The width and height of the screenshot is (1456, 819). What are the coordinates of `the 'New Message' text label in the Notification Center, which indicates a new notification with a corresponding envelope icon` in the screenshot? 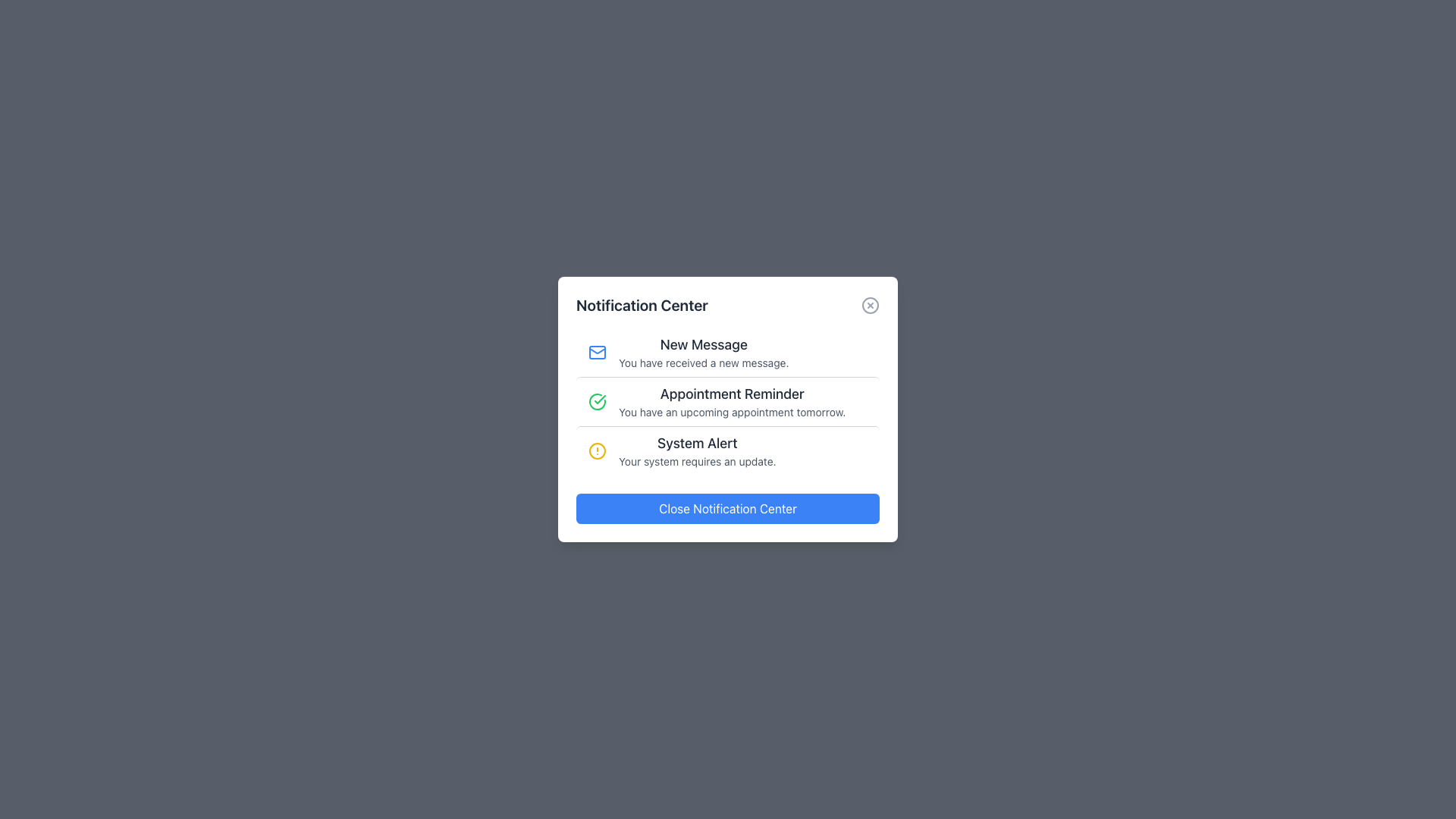 It's located at (703, 345).